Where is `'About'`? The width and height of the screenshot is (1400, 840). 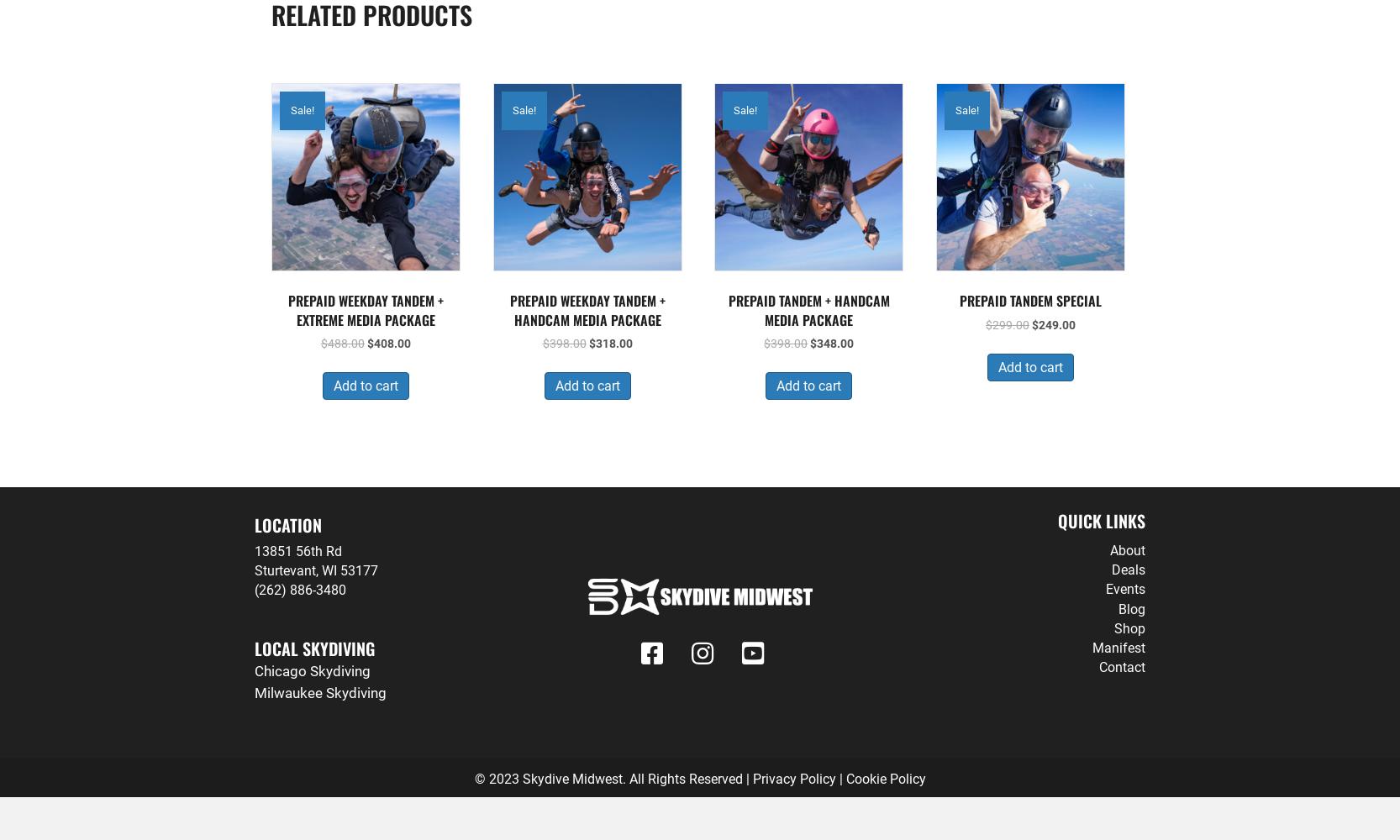 'About' is located at coordinates (1109, 550).